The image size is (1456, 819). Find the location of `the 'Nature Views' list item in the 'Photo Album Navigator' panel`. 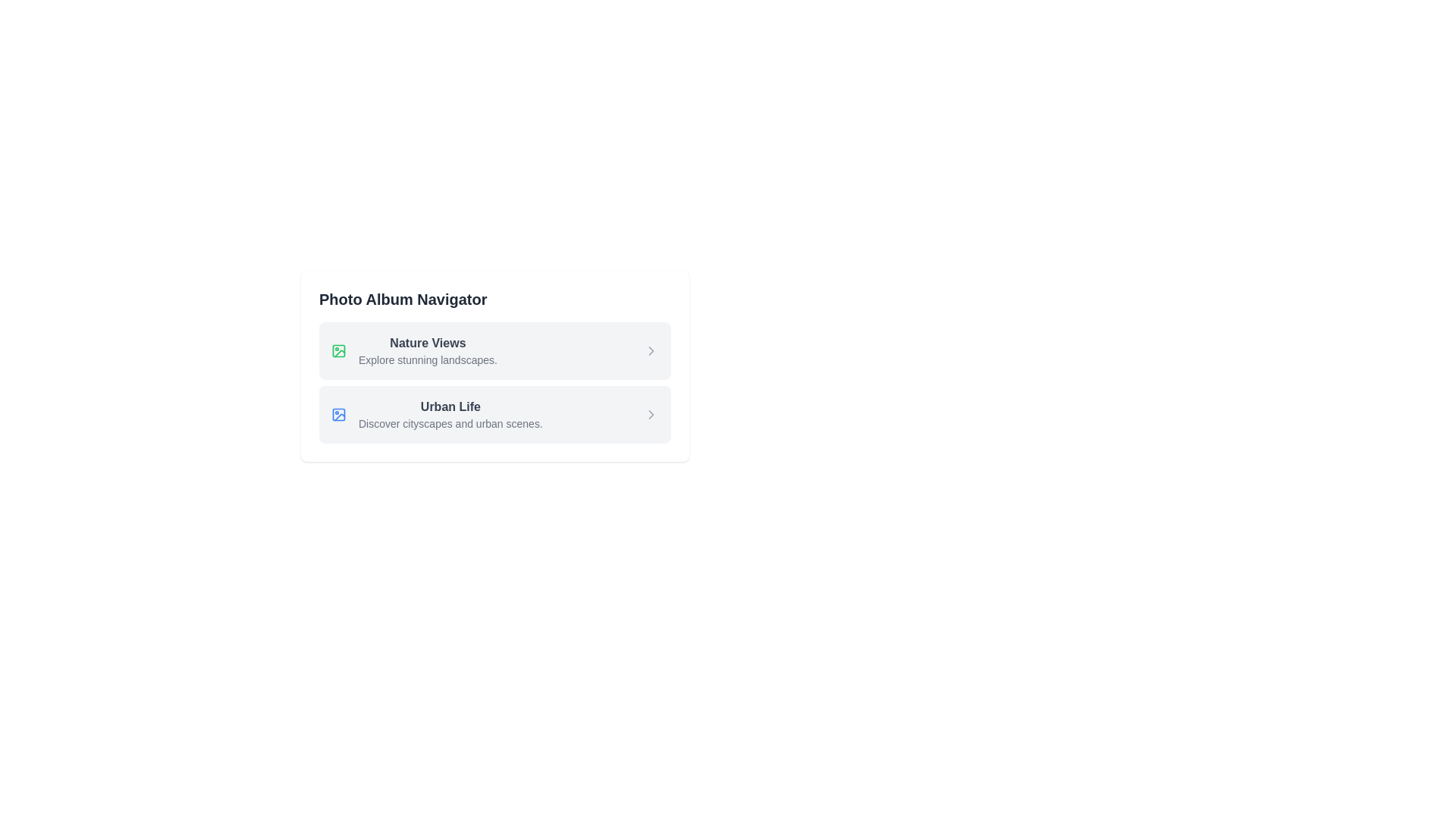

the 'Nature Views' list item in the 'Photo Album Navigator' panel is located at coordinates (414, 350).